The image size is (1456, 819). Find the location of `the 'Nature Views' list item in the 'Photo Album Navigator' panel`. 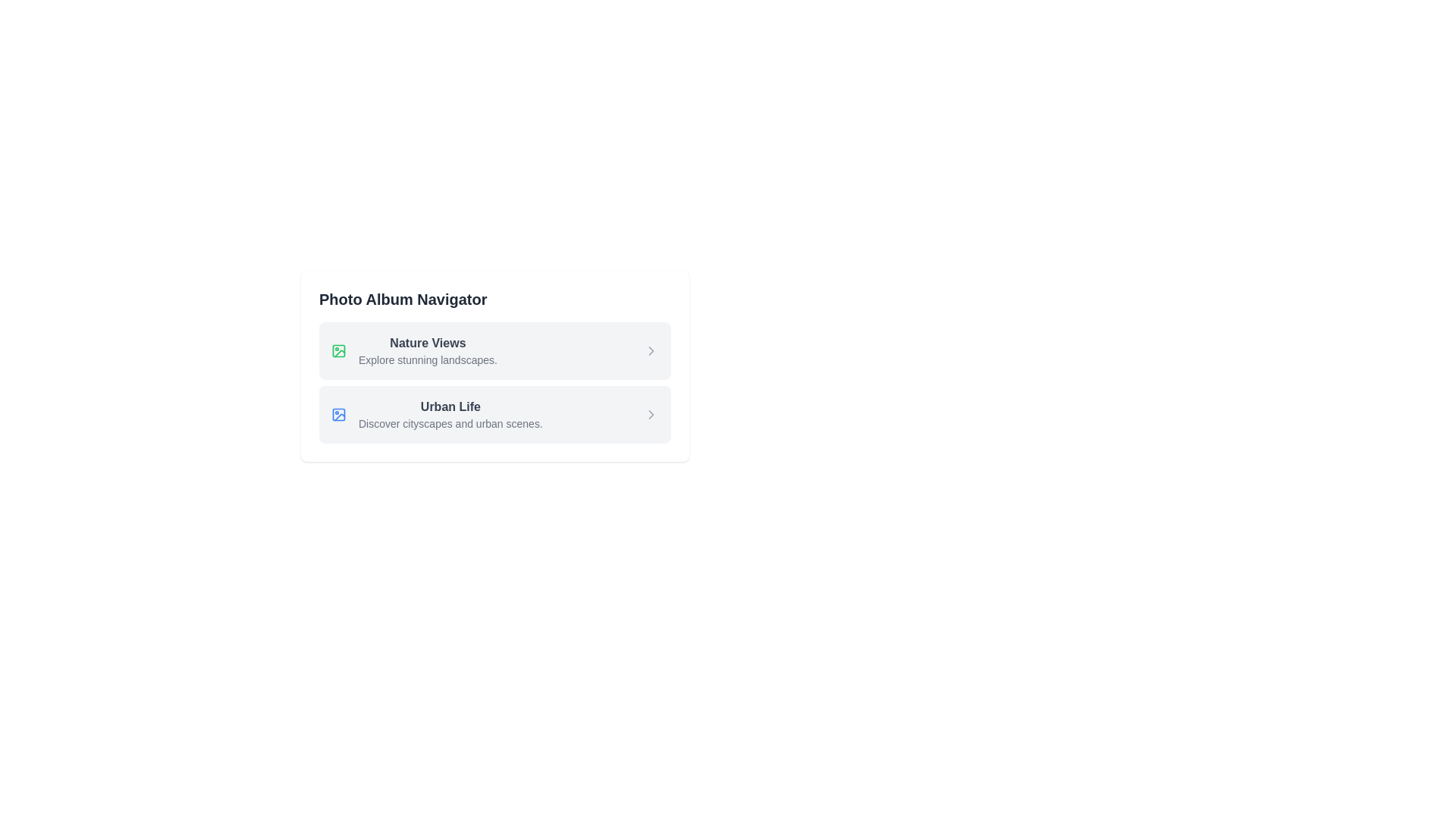

the 'Nature Views' list item in the 'Photo Album Navigator' panel is located at coordinates (414, 350).